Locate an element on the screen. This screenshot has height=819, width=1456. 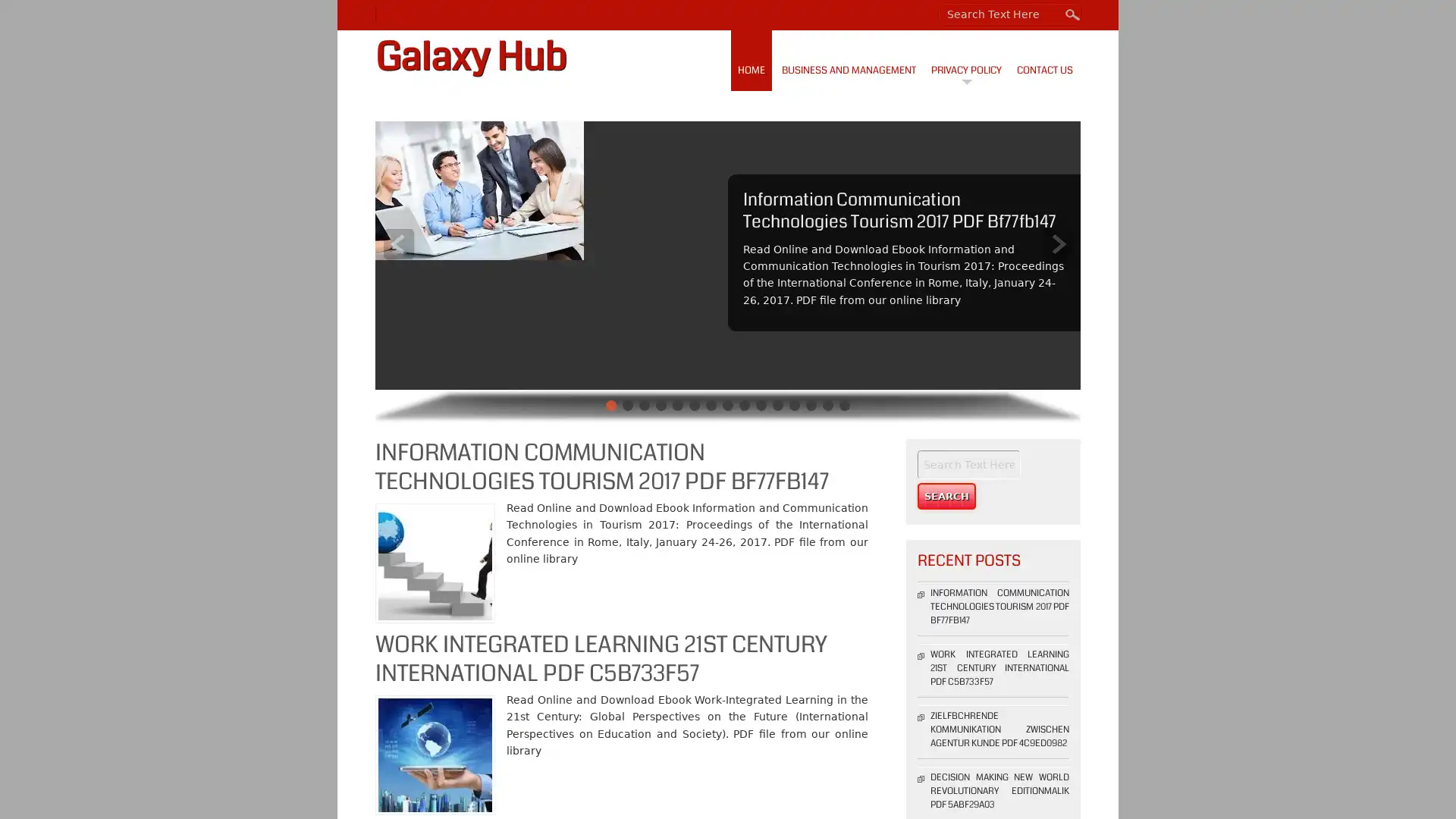
Search is located at coordinates (946, 496).